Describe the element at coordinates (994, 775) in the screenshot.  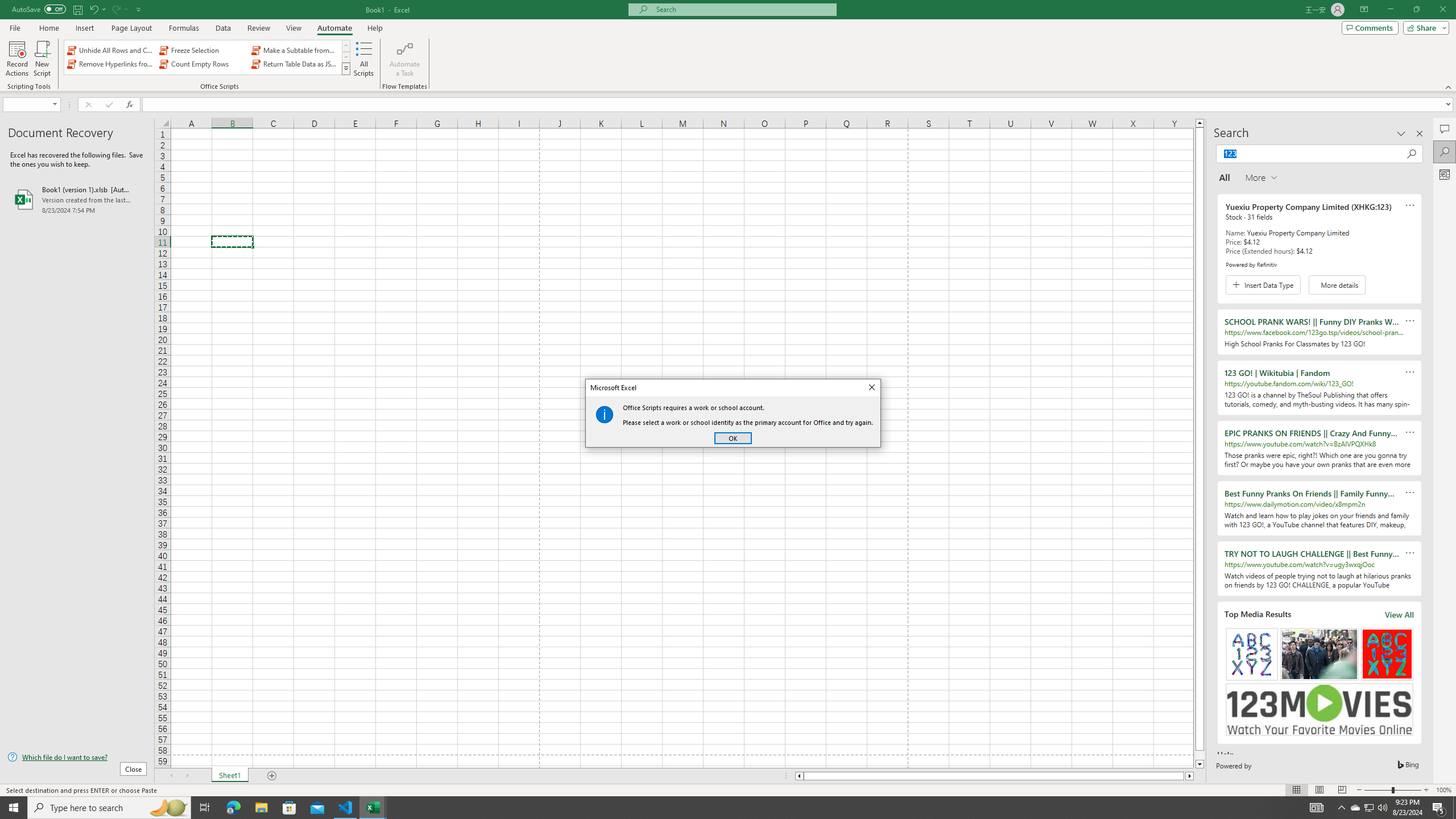
I see `'Class: NetUIScrollBar'` at that location.